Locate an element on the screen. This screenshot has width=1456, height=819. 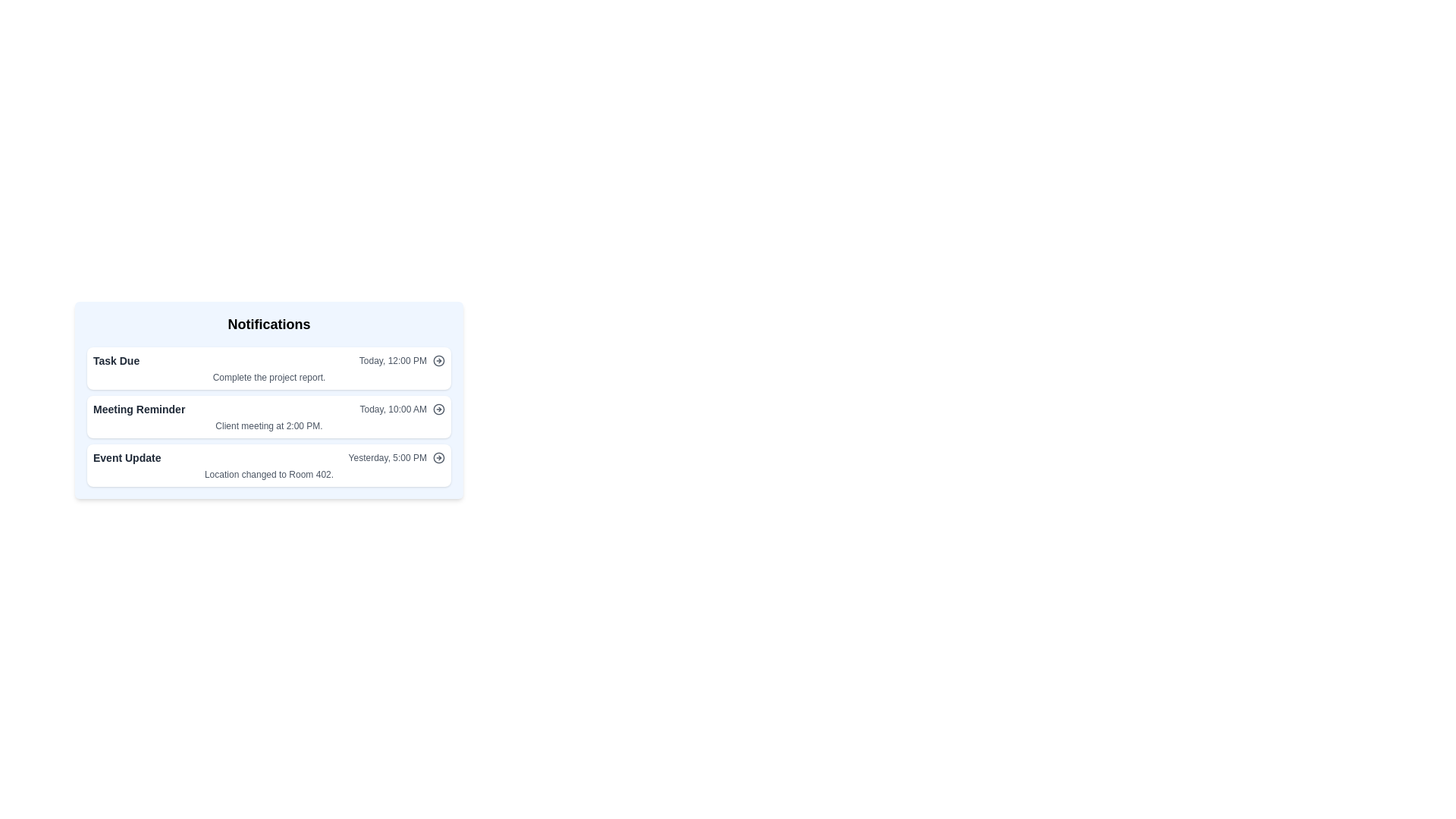
the circle outline graphic element that indicates an actionable item in the notification list is located at coordinates (438, 409).